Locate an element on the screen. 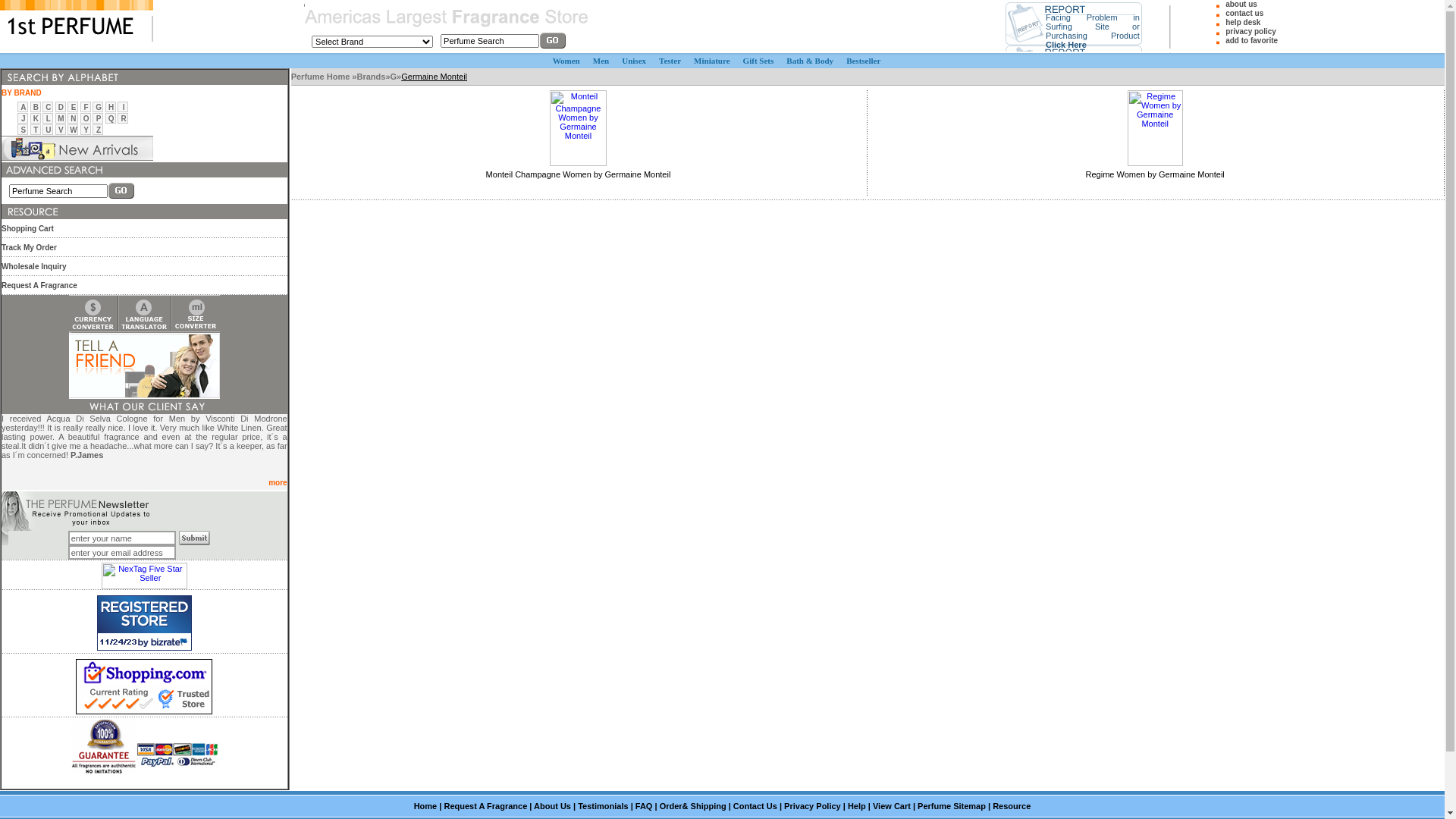 This screenshot has width=1456, height=819. 'Request A Fragrance' is located at coordinates (443, 805).